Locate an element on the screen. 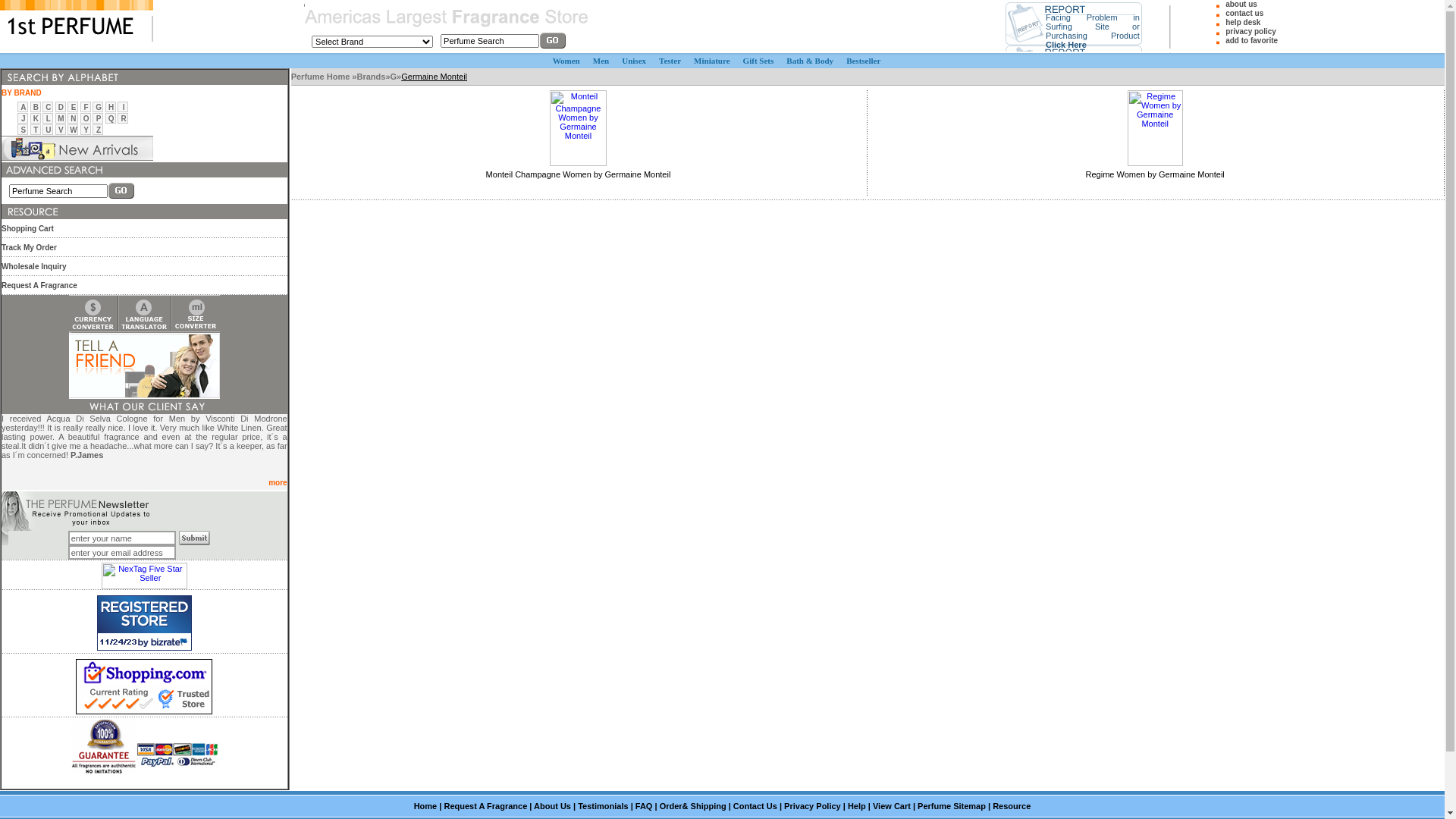 This screenshot has width=1456, height=819. 'Request A Fragrance' is located at coordinates (443, 805).